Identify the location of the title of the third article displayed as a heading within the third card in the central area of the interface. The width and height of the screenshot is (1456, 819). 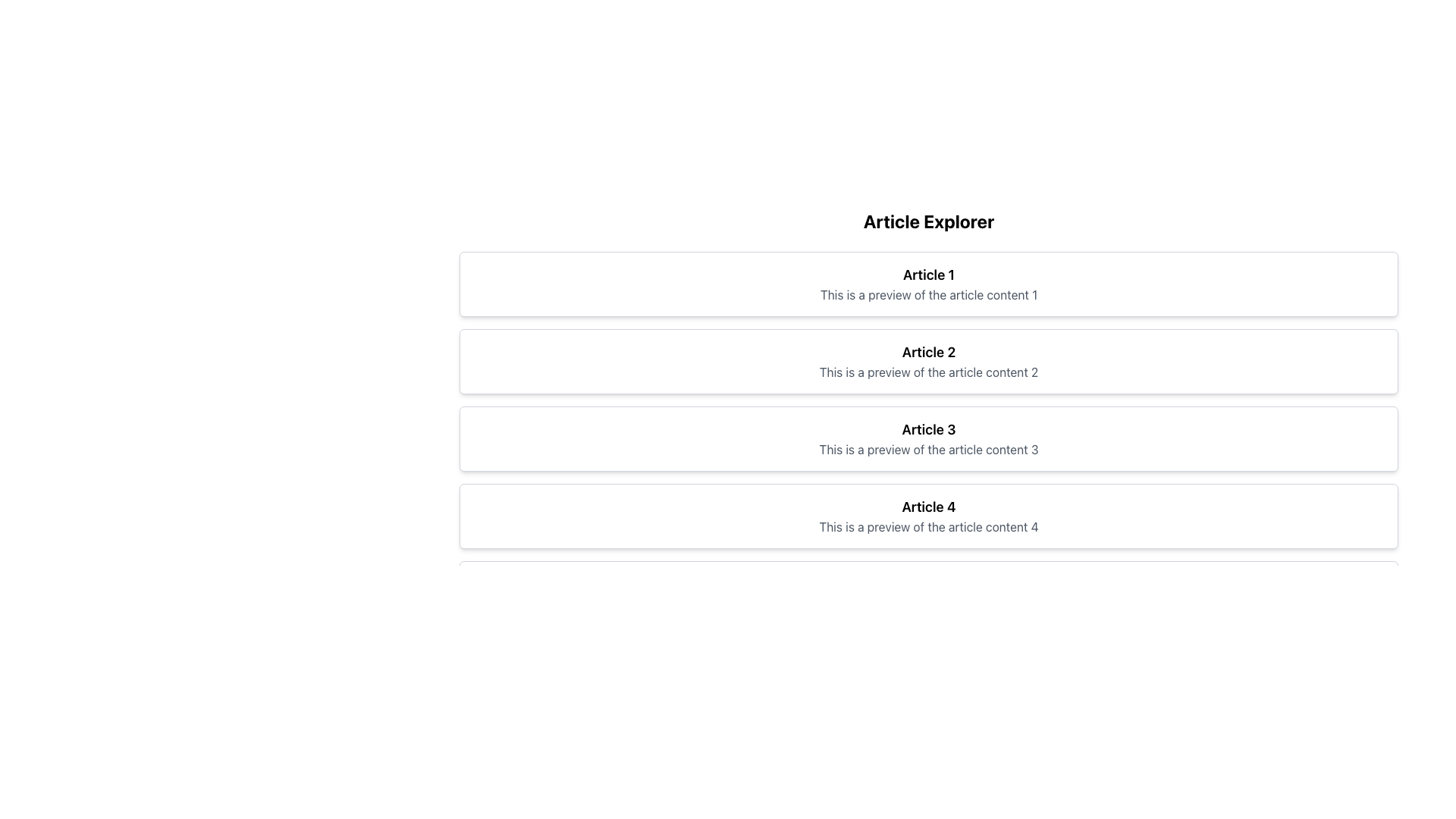
(927, 430).